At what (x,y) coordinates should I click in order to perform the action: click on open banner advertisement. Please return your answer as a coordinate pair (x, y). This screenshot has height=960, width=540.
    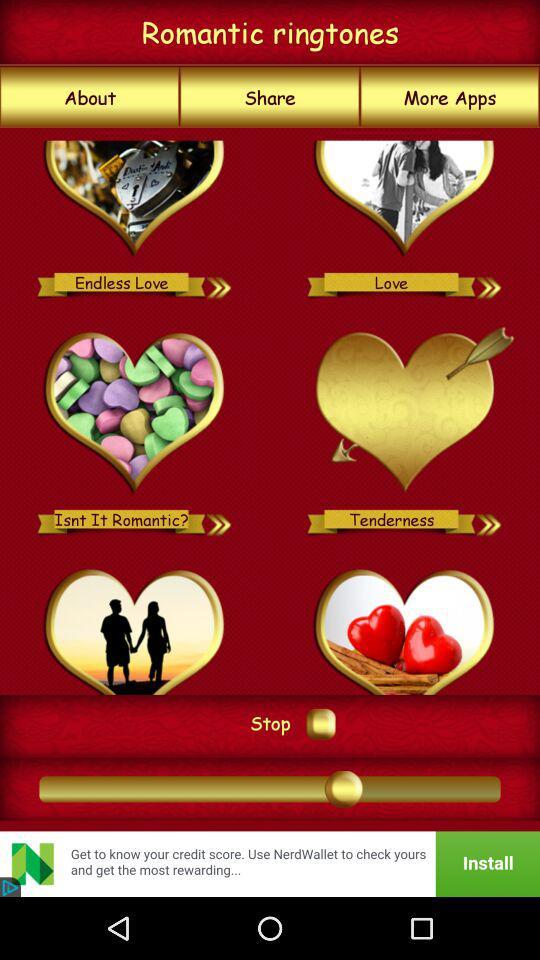
    Looking at the image, I should click on (270, 863).